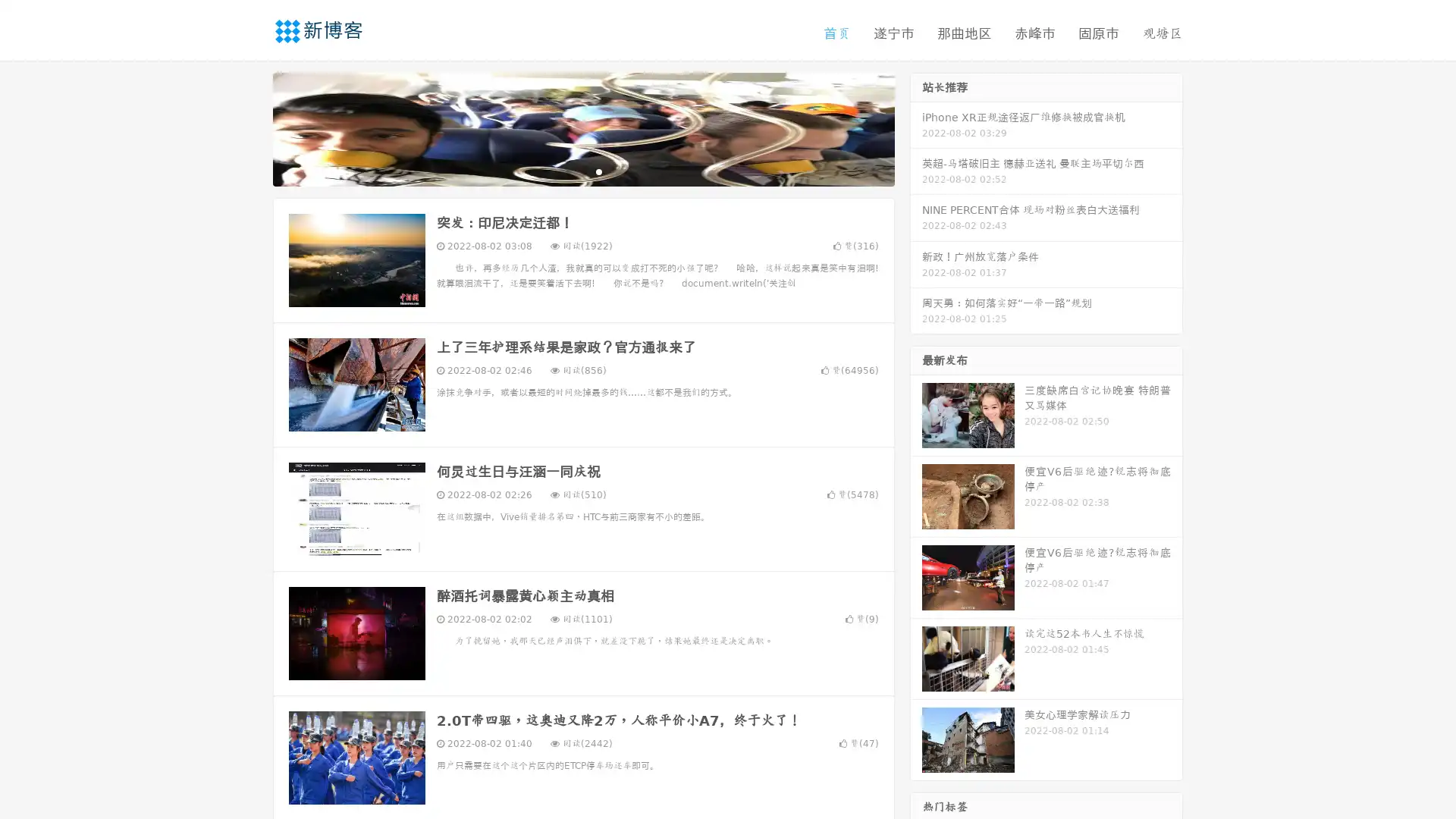 The height and width of the screenshot is (819, 1456). Describe the element at coordinates (250, 127) in the screenshot. I see `Previous slide` at that location.